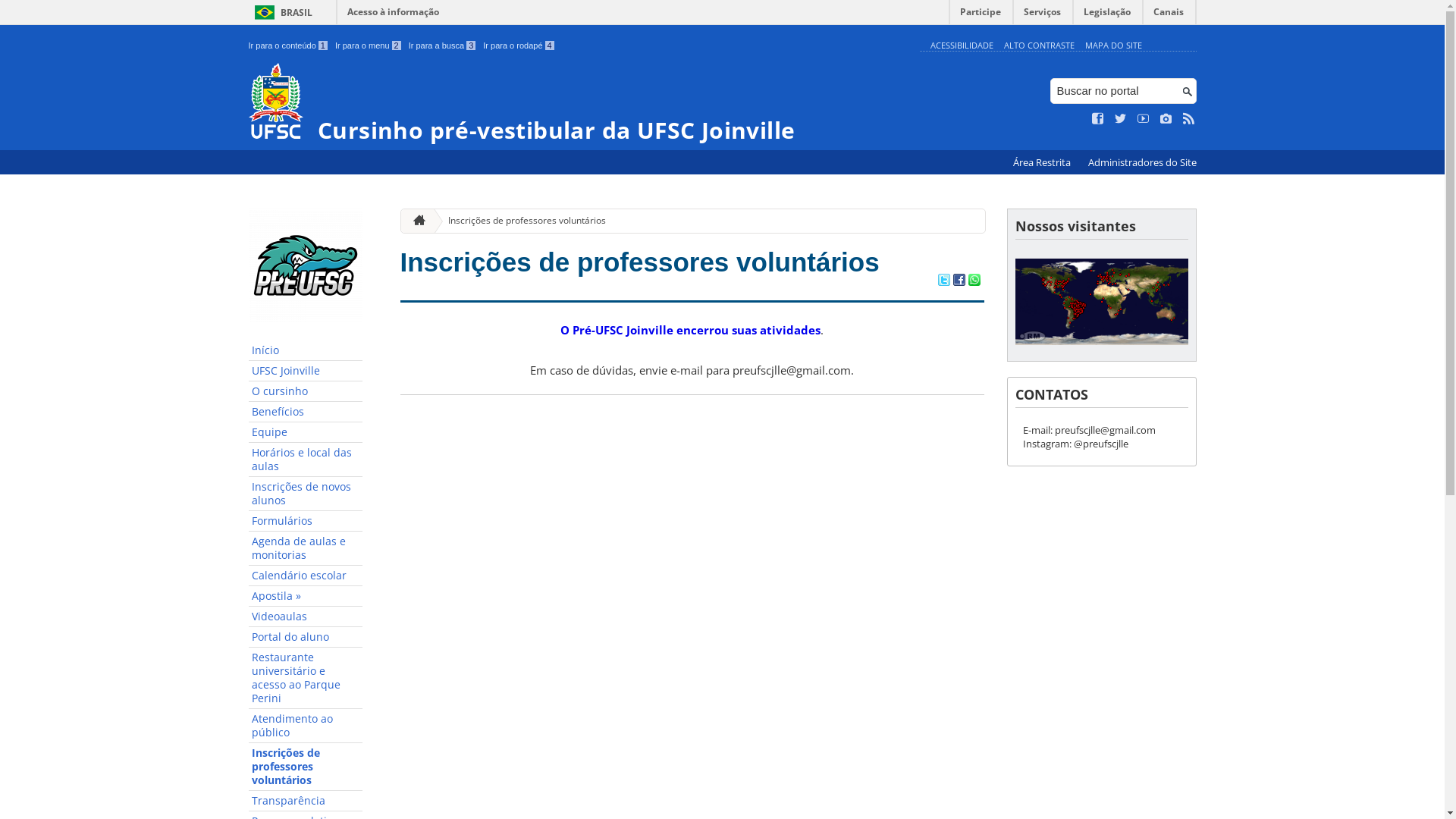 The height and width of the screenshot is (819, 1456). What do you see at coordinates (305, 371) in the screenshot?
I see `'UFSC Joinville'` at bounding box center [305, 371].